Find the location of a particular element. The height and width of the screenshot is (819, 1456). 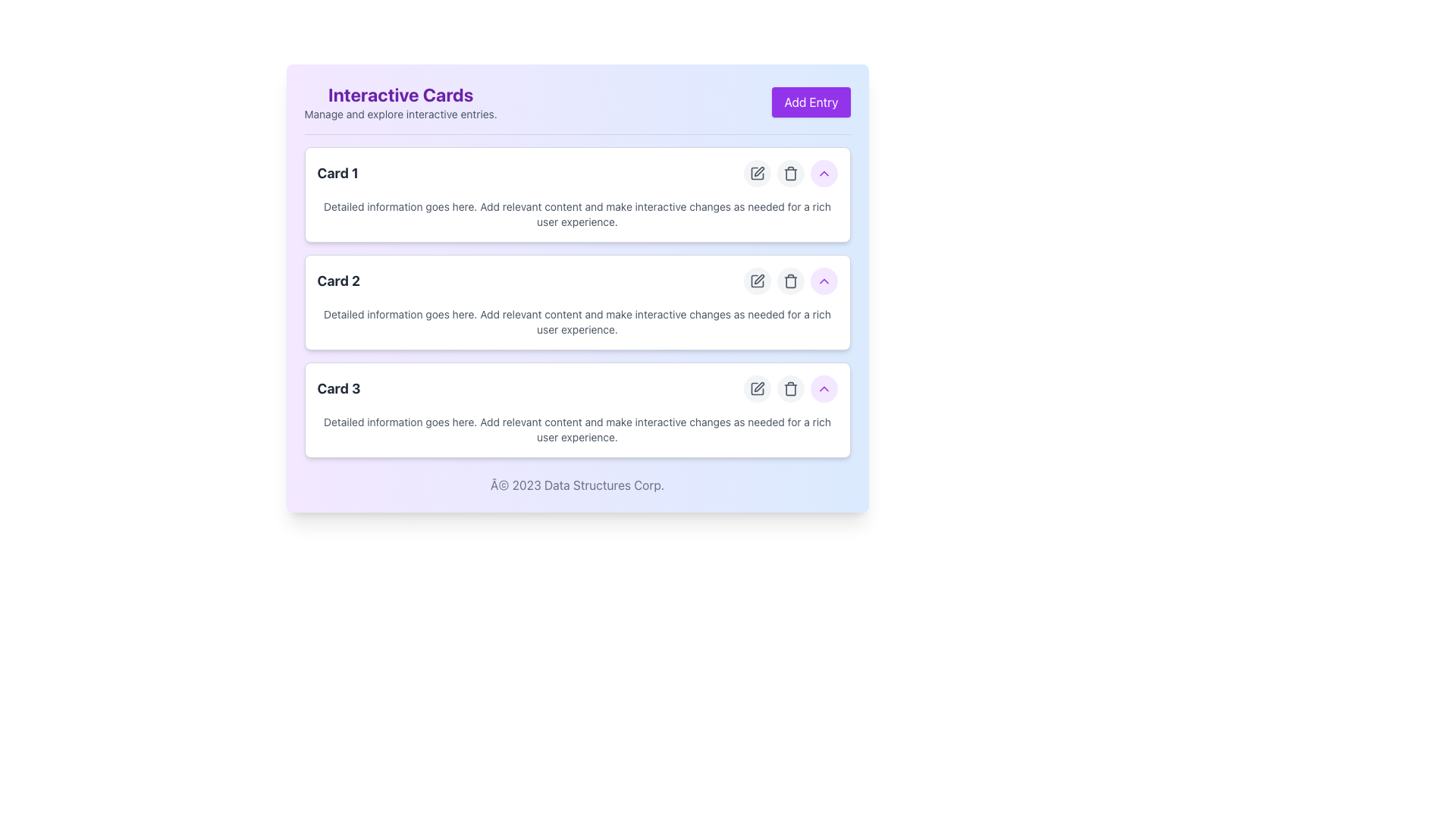

the delete button represented by the trash can icon, which is the second icon in the horizontal sequence of three icons on the right end of the row labeled 'Card 1' is located at coordinates (789, 172).